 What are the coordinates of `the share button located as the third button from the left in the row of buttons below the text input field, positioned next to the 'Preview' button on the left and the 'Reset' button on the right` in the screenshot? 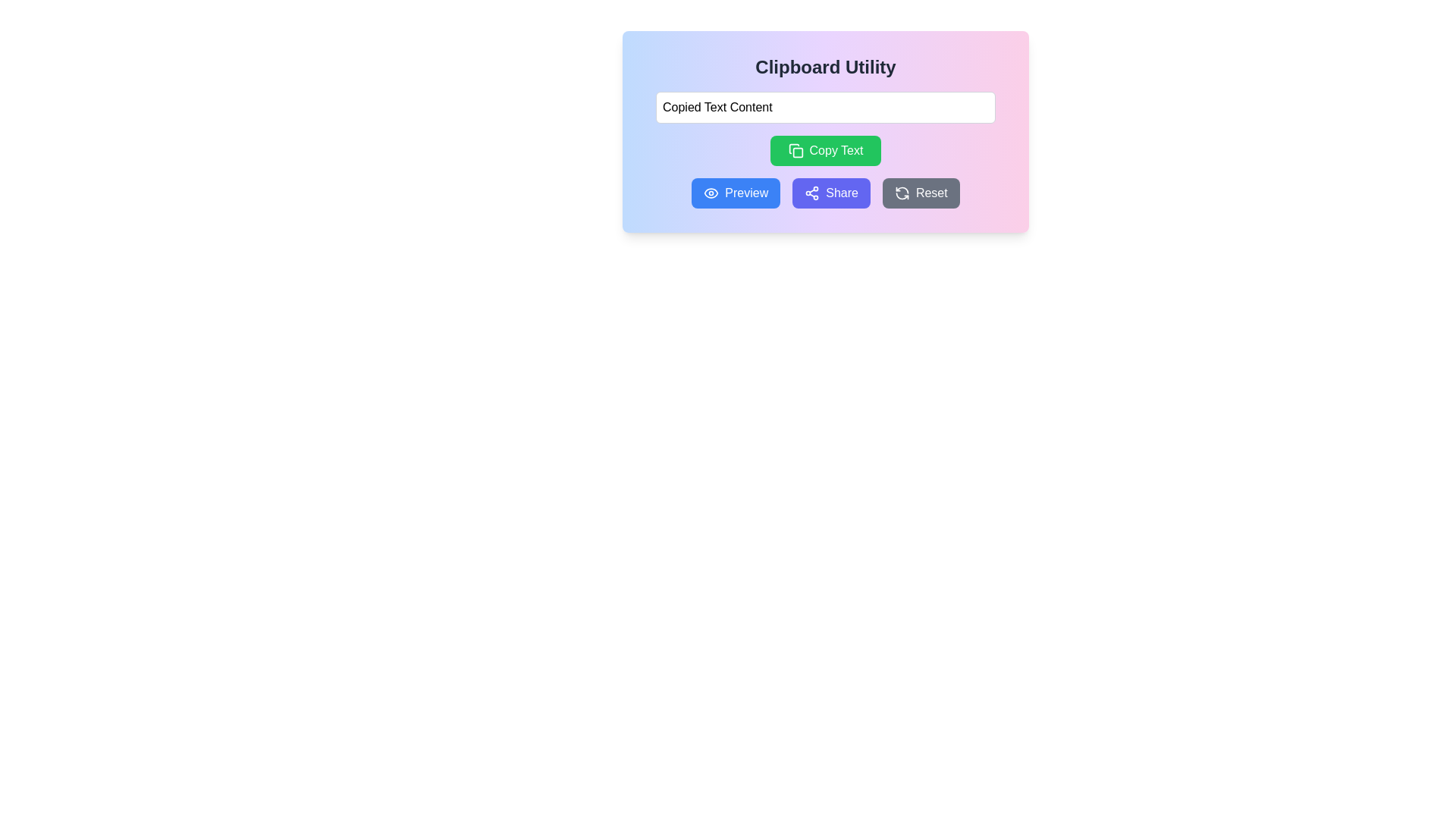 It's located at (840, 192).